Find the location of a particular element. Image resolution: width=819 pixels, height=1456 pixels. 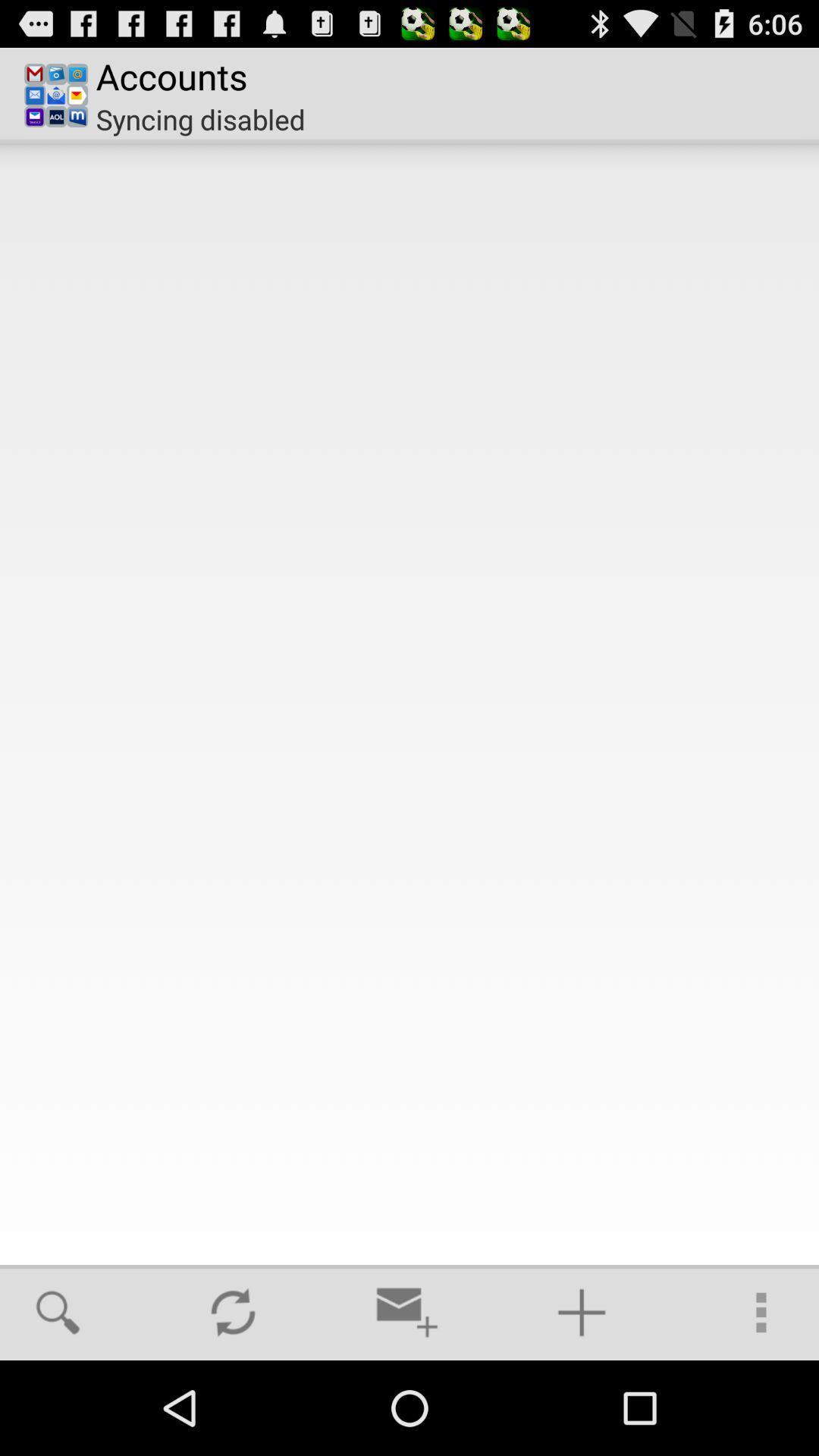

the item at the center is located at coordinates (409, 703).